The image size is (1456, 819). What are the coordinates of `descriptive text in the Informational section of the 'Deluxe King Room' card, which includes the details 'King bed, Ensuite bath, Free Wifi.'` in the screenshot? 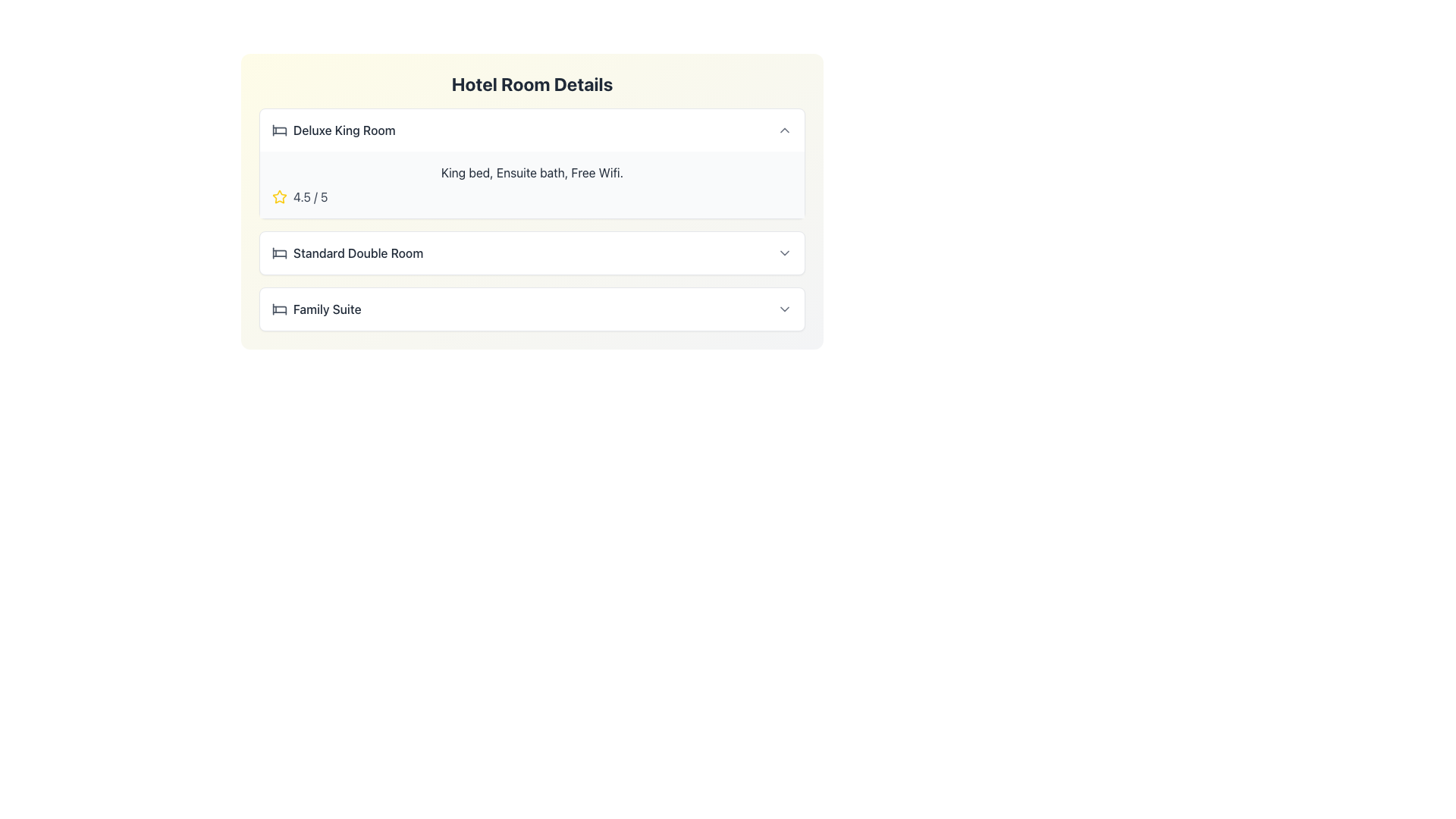 It's located at (532, 184).